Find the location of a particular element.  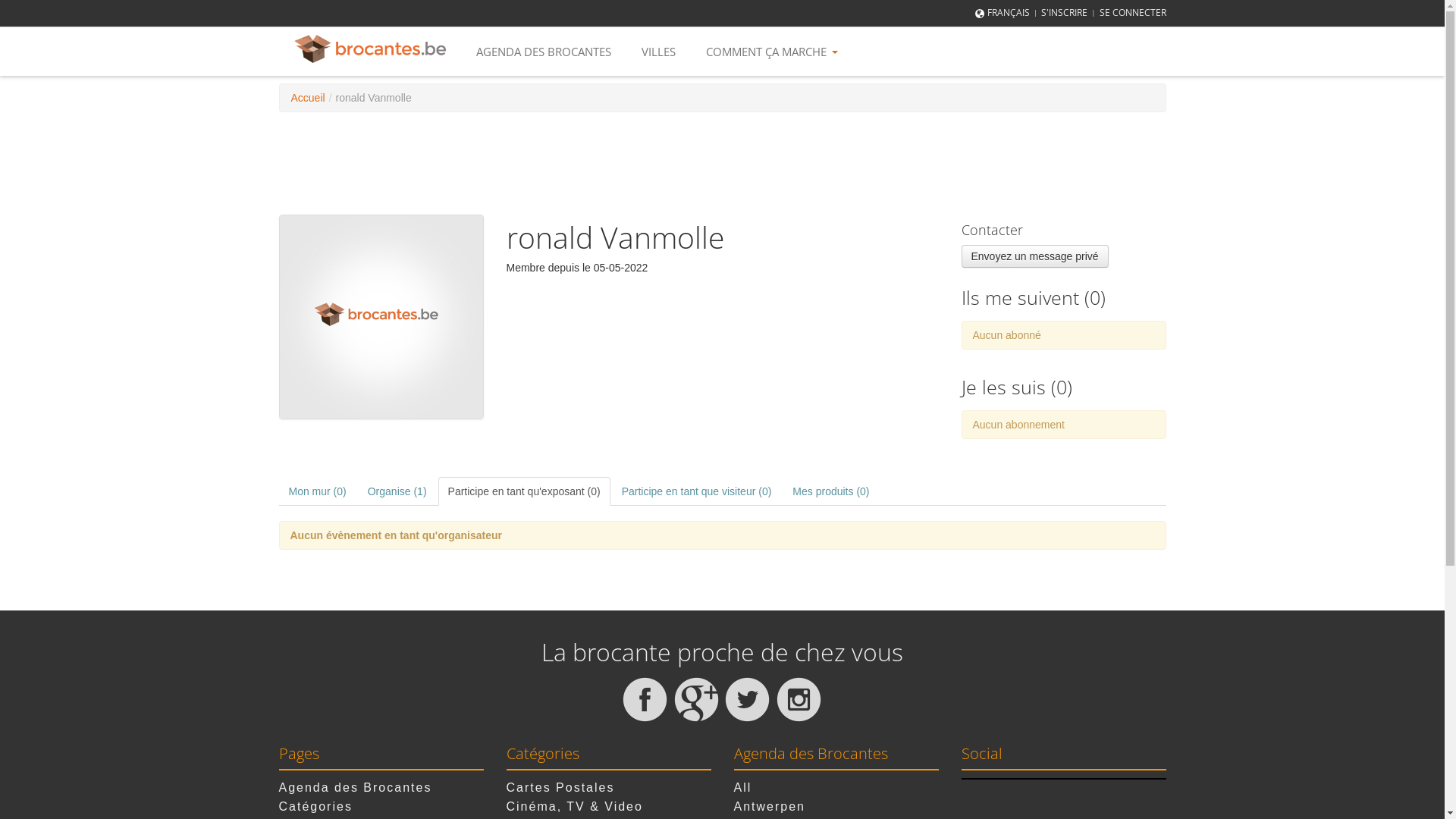

'Agenda des Brocantes' is located at coordinates (279, 786).